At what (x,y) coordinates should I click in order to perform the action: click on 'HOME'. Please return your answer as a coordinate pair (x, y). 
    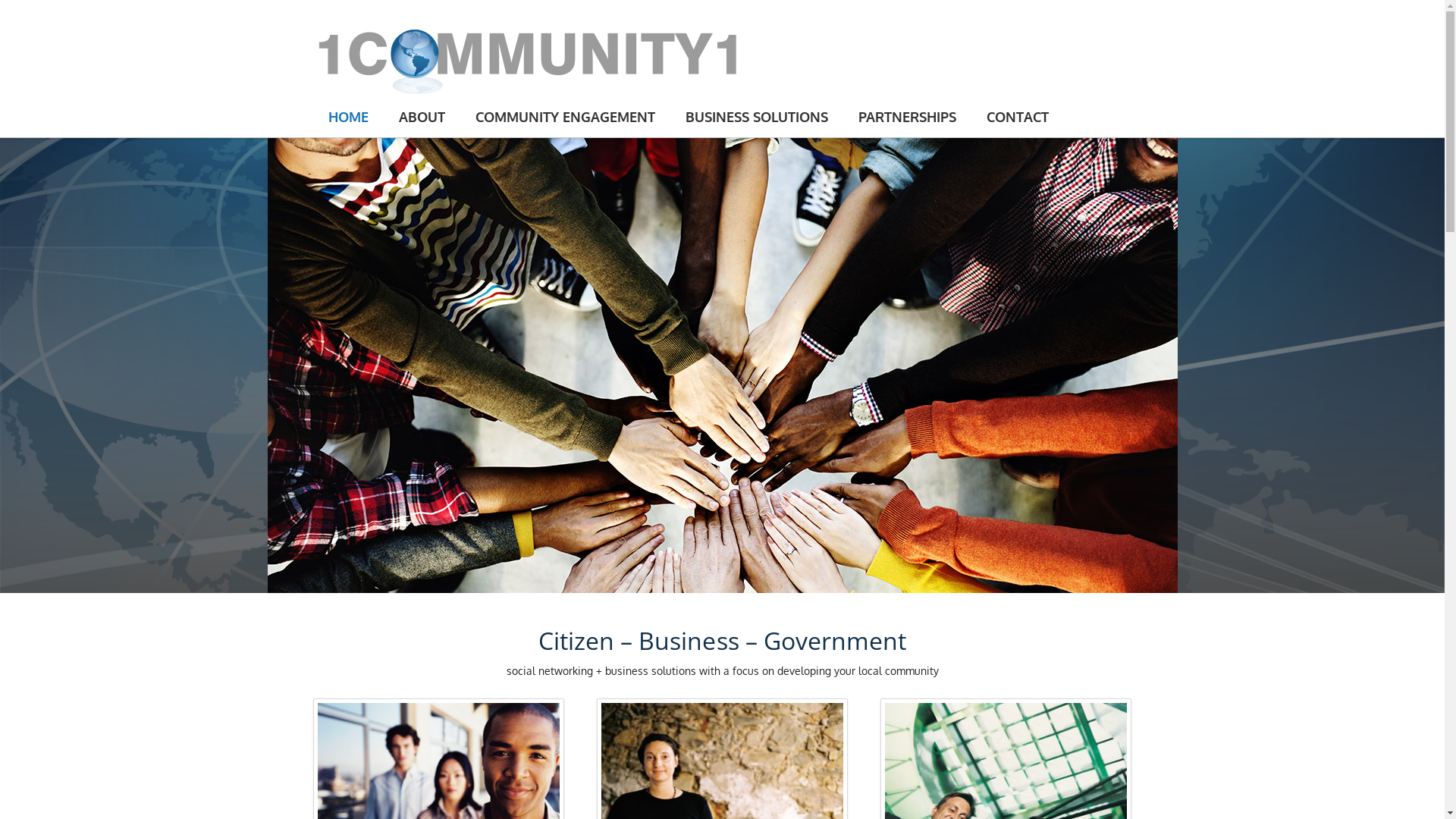
    Looking at the image, I should click on (347, 116).